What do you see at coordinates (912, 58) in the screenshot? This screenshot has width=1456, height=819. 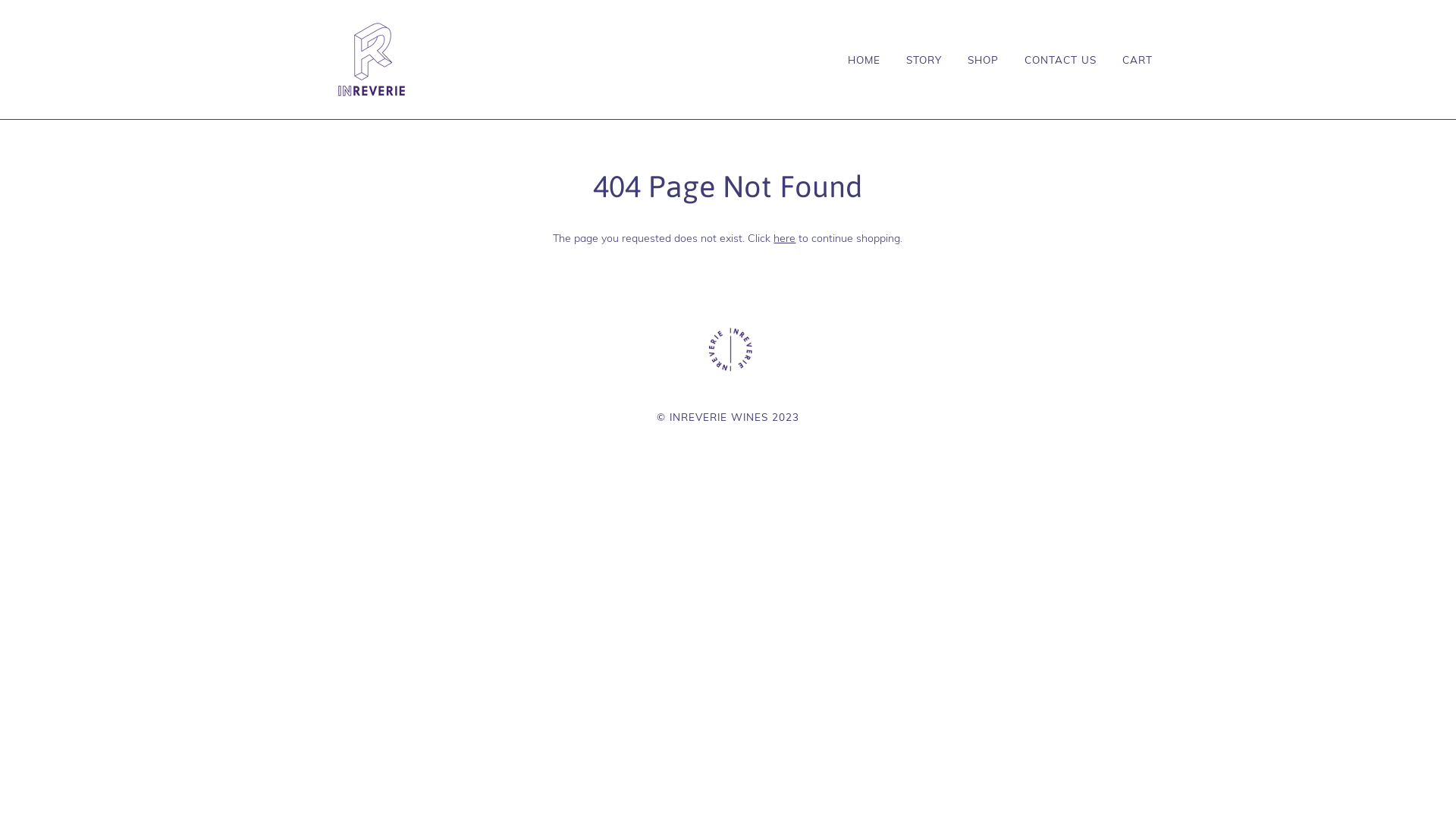 I see `'STORY'` at bounding box center [912, 58].